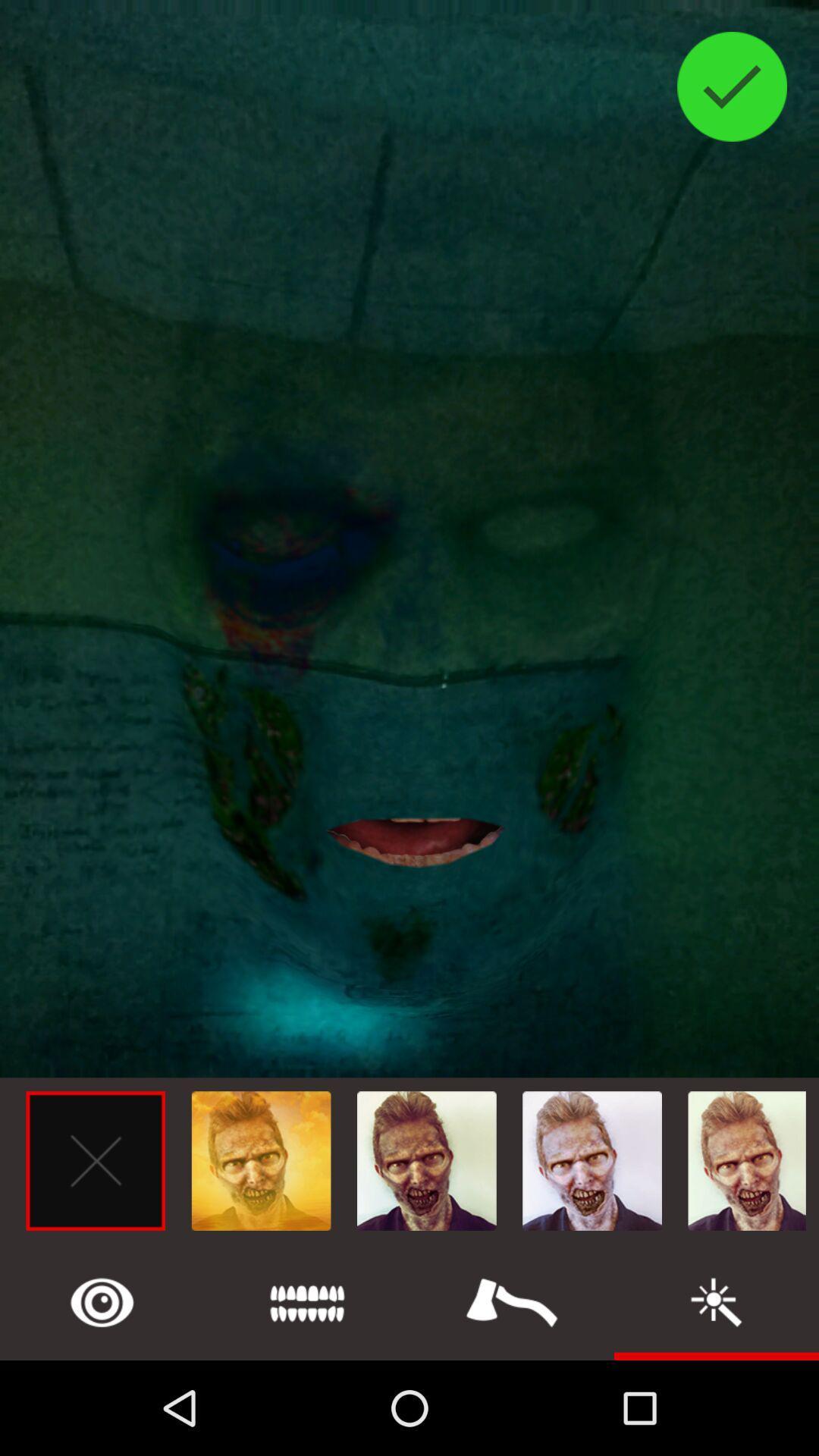 Image resolution: width=819 pixels, height=1456 pixels. What do you see at coordinates (731, 86) in the screenshot?
I see `the check icon` at bounding box center [731, 86].